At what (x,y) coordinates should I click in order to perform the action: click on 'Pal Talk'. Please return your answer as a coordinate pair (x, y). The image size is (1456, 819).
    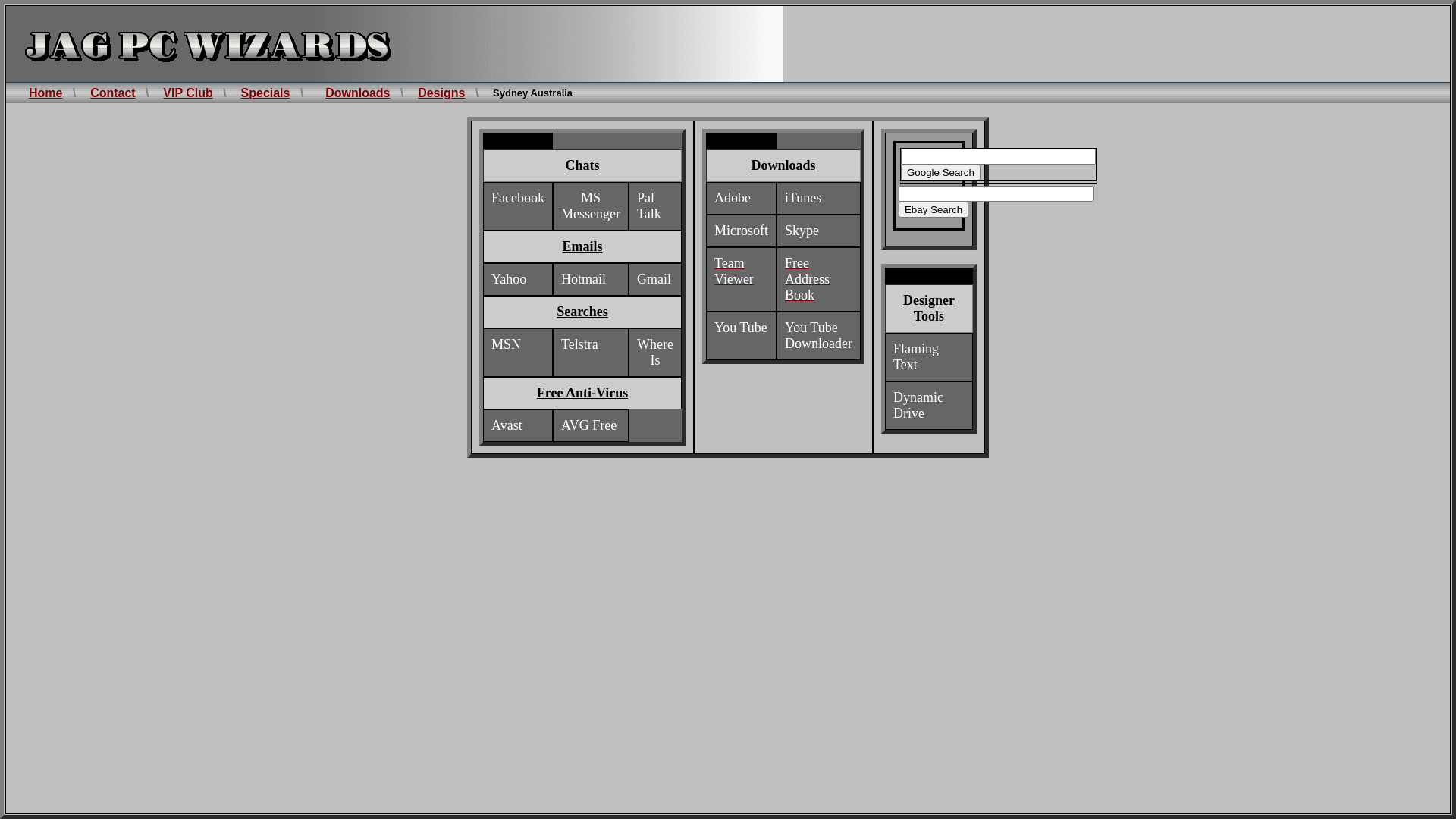
    Looking at the image, I should click on (648, 206).